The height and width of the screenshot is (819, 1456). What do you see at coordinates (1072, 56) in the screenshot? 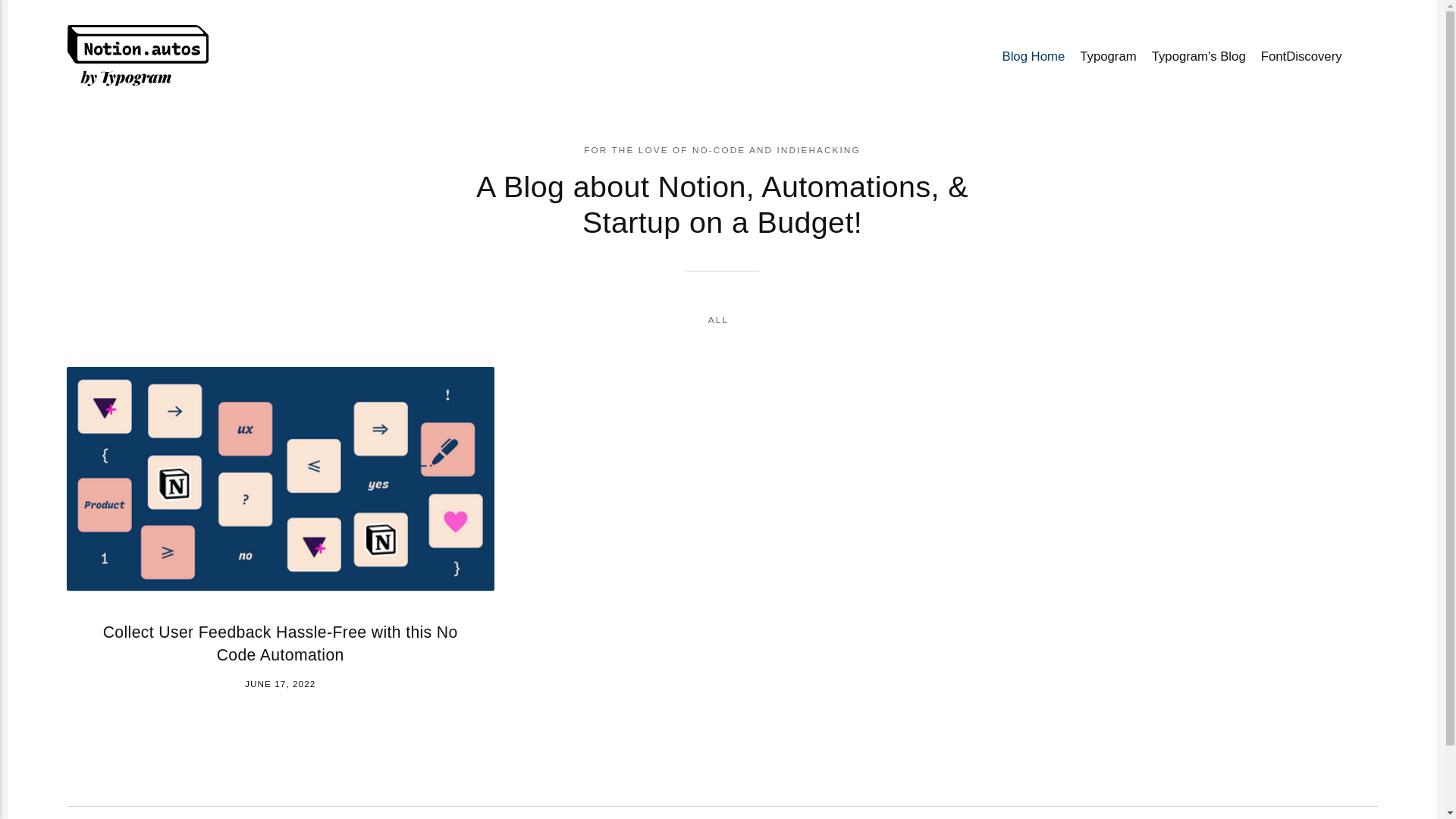
I see `'Typogram'` at bounding box center [1072, 56].